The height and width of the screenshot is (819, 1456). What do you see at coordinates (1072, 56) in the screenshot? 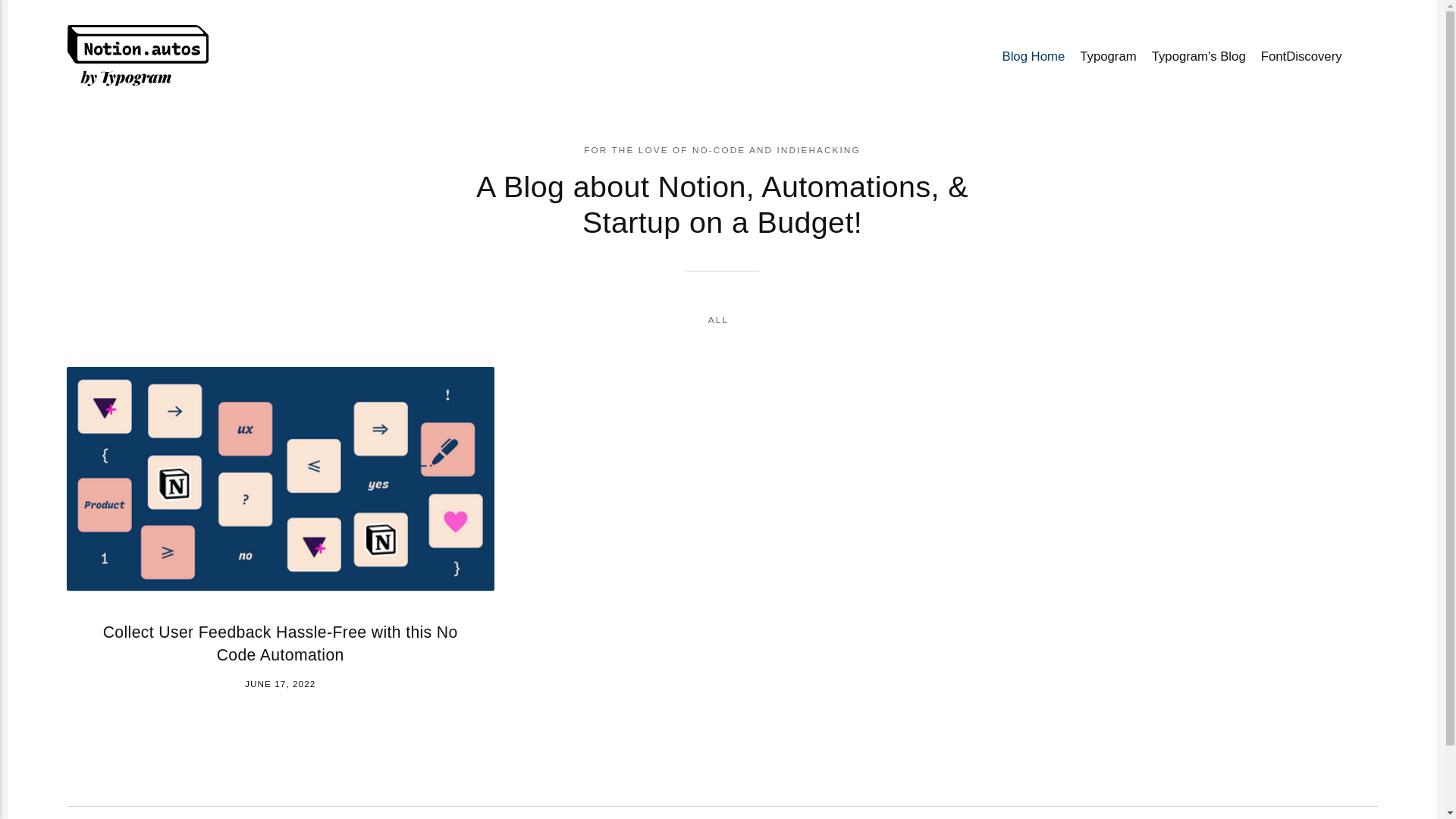
I see `'Typogram'` at bounding box center [1072, 56].